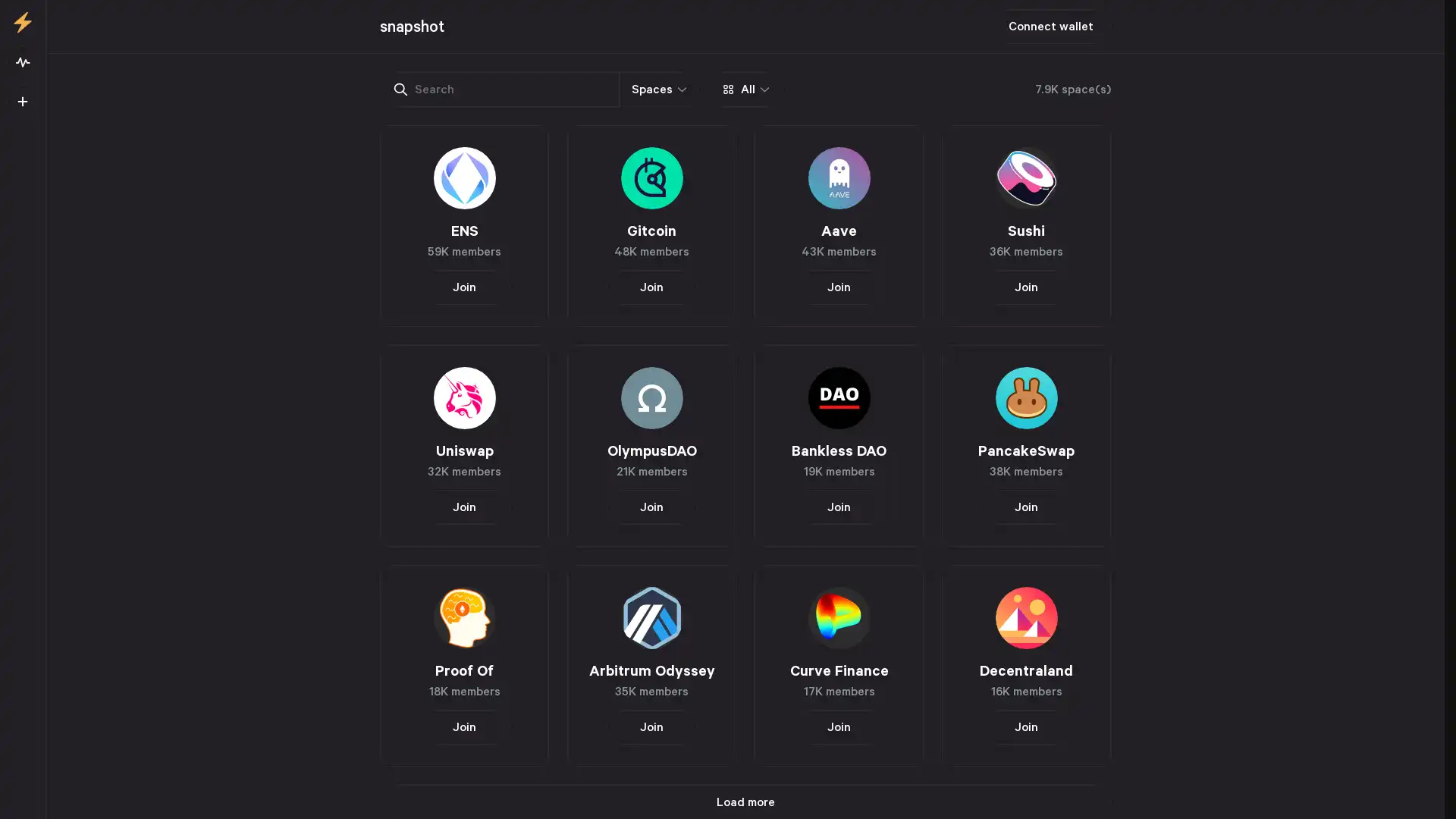 The height and width of the screenshot is (819, 1456). What do you see at coordinates (463, 287) in the screenshot?
I see `Join` at bounding box center [463, 287].